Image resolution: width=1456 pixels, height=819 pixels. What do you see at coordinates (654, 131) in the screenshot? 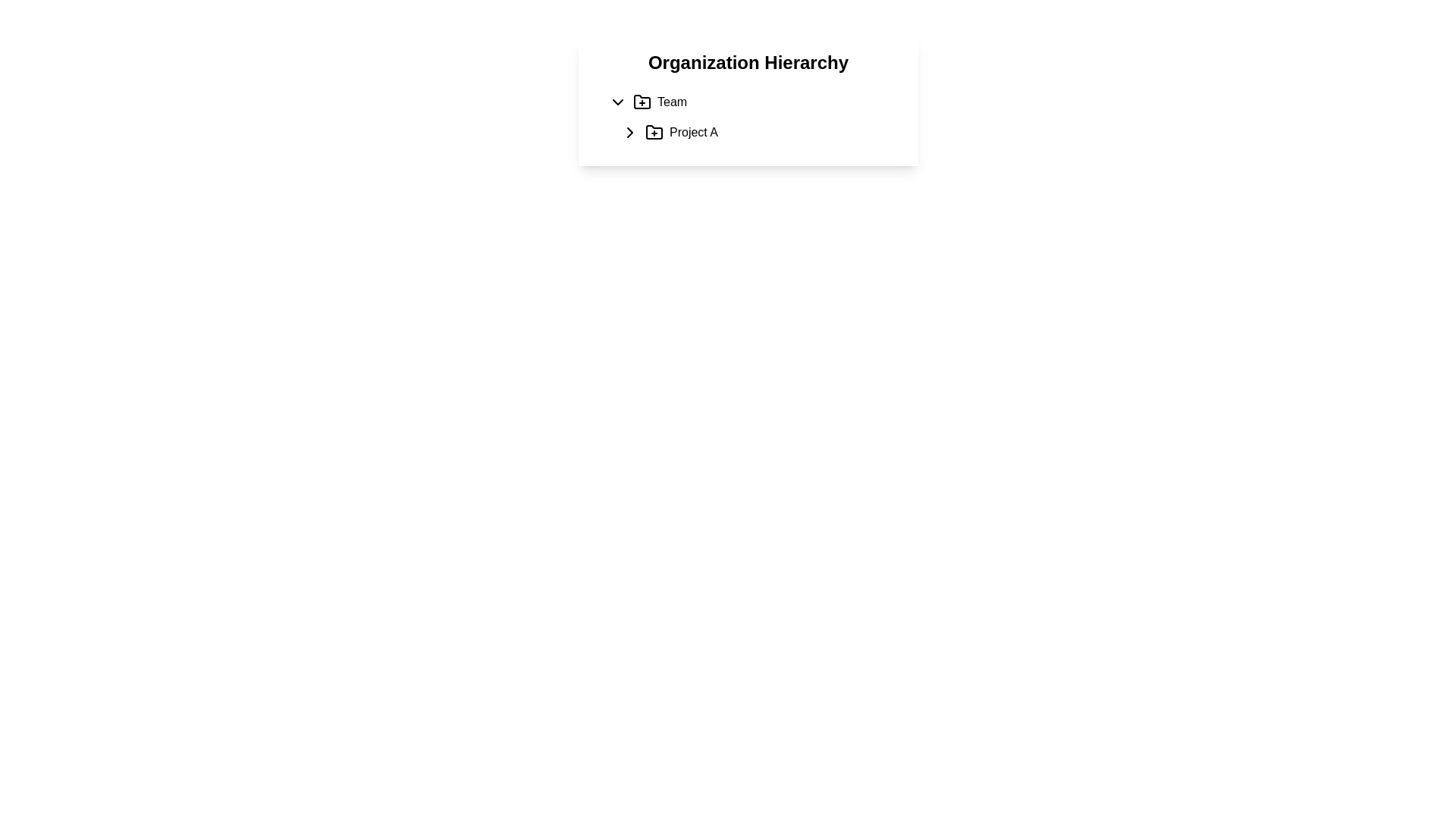
I see `the folder-shaped icon with a plus sign at its center, located to the left of the text labeled 'Project A'` at bounding box center [654, 131].